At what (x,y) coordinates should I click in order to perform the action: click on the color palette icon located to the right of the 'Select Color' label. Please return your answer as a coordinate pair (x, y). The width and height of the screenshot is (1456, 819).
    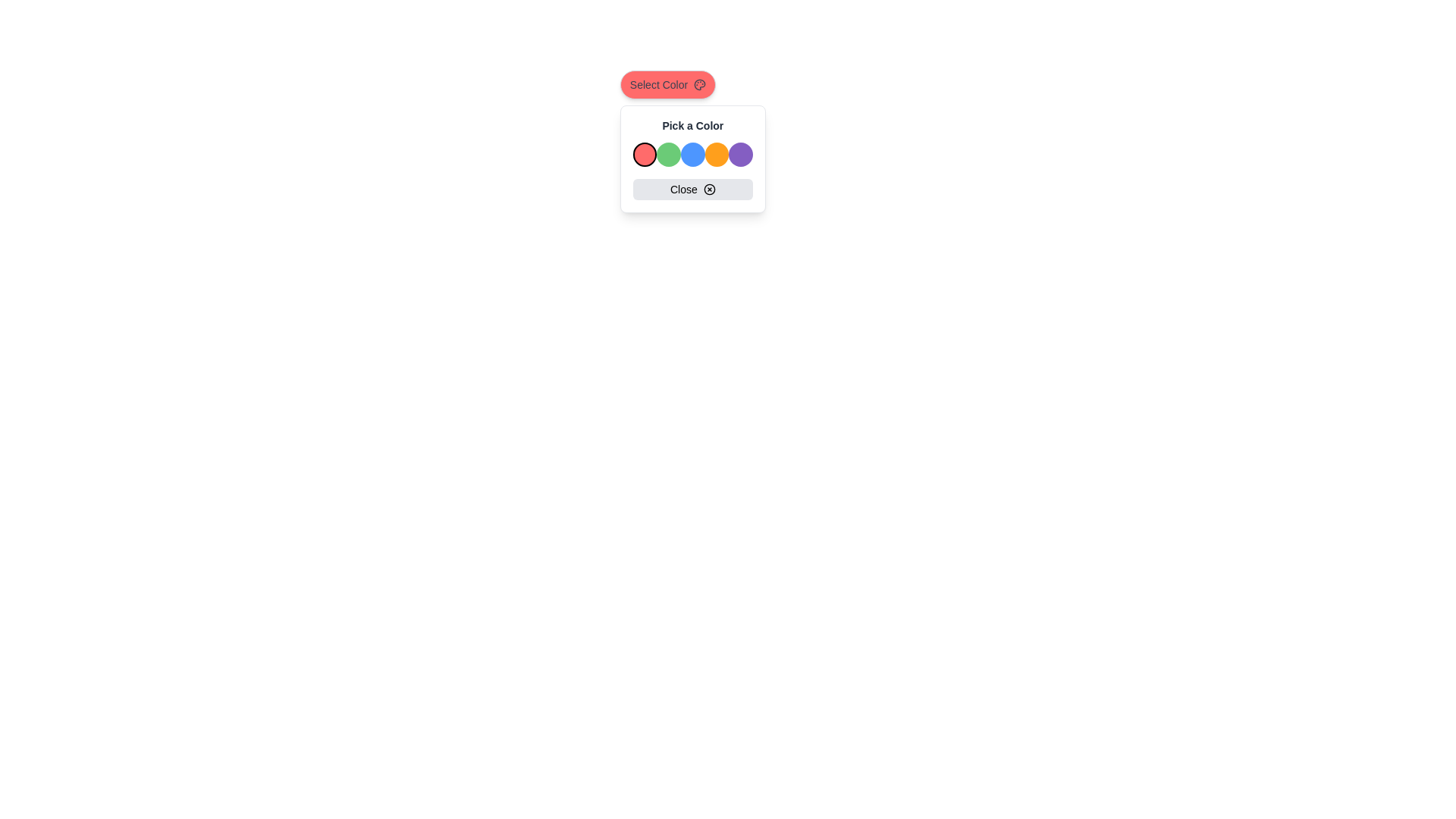
    Looking at the image, I should click on (699, 84).